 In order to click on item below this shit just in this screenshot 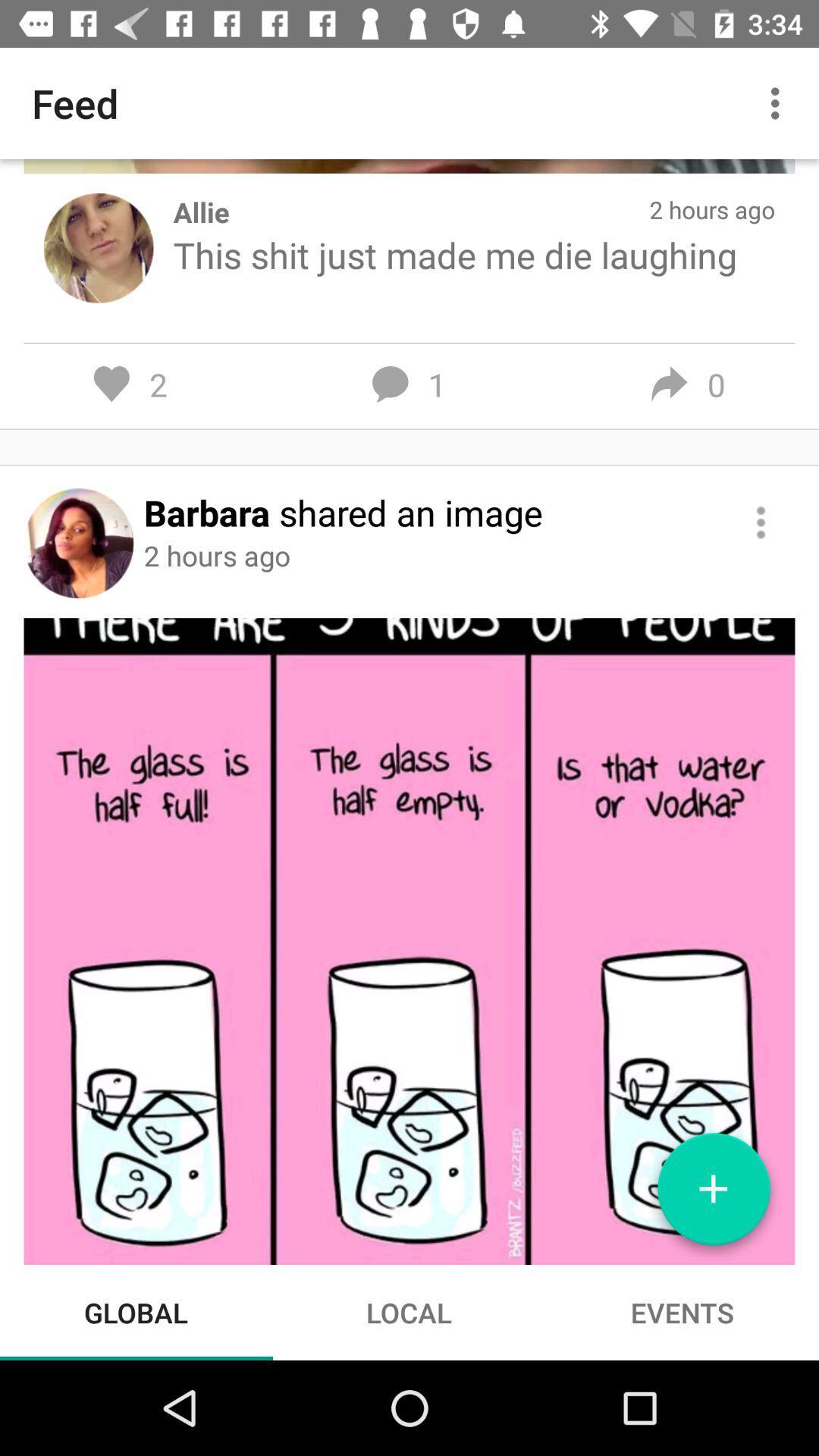, I will do `click(761, 522)`.